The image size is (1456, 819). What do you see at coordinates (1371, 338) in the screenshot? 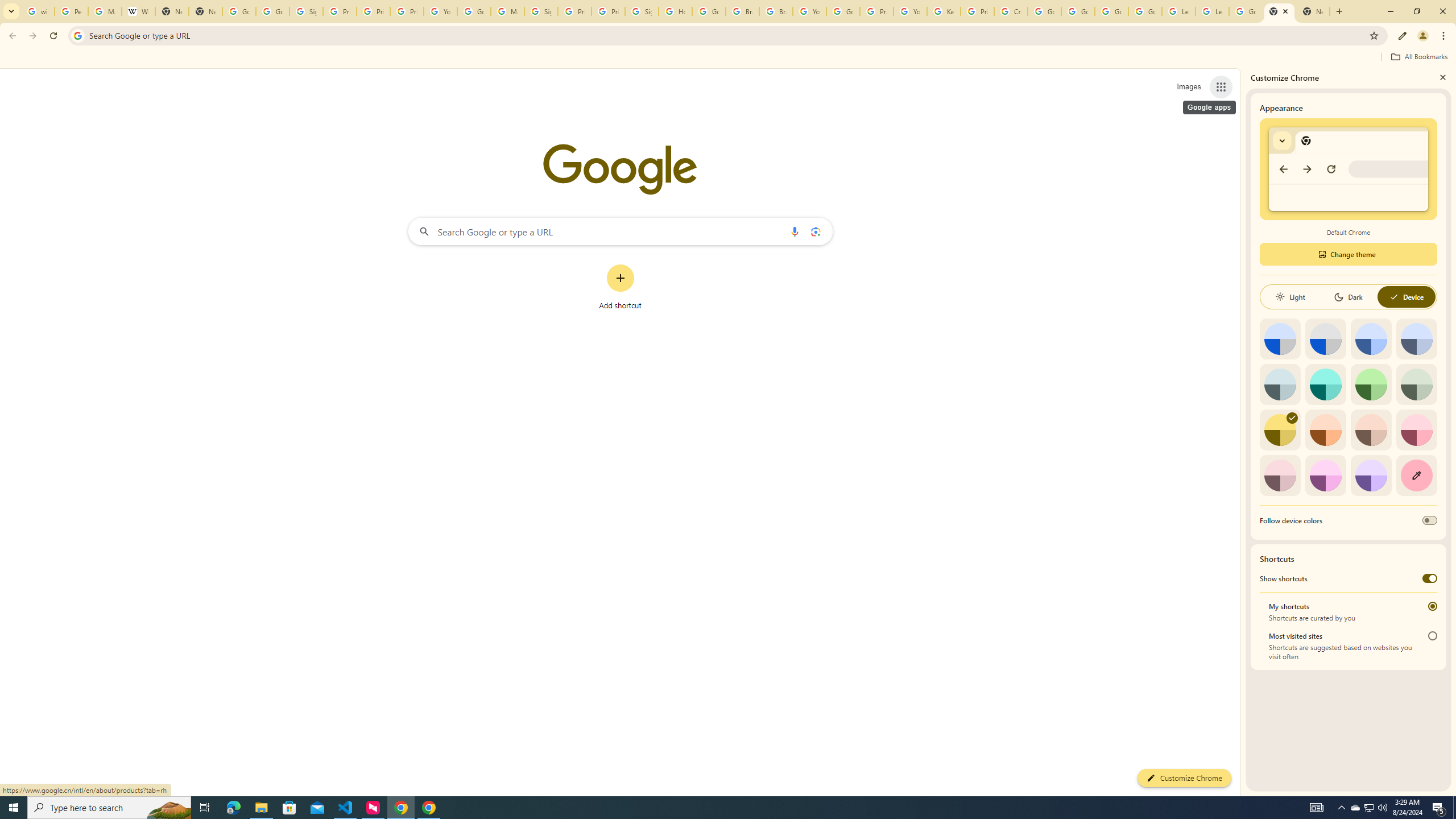
I see `'Blue'` at bounding box center [1371, 338].